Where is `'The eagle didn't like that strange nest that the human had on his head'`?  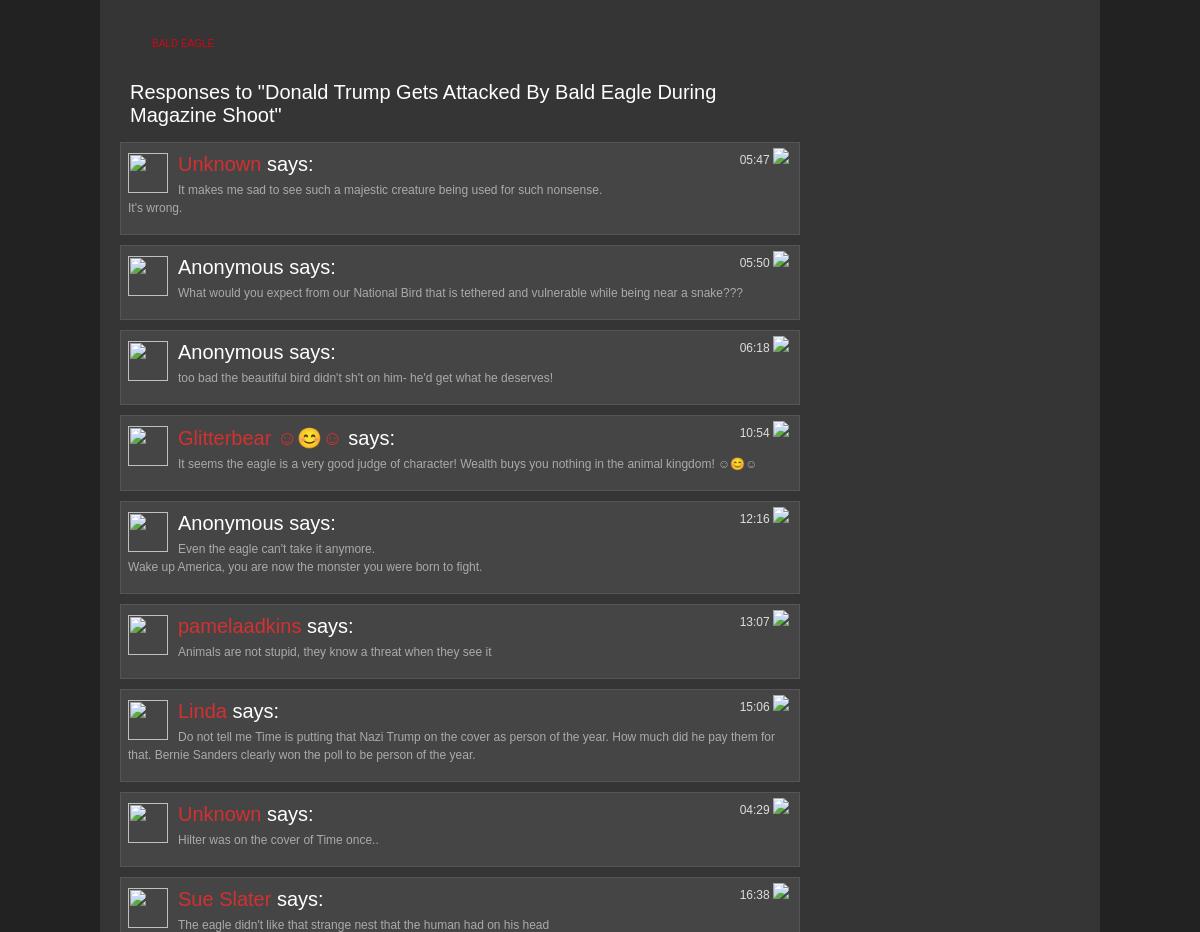 'The eagle didn't like that strange nest that the human had on his head' is located at coordinates (363, 923).